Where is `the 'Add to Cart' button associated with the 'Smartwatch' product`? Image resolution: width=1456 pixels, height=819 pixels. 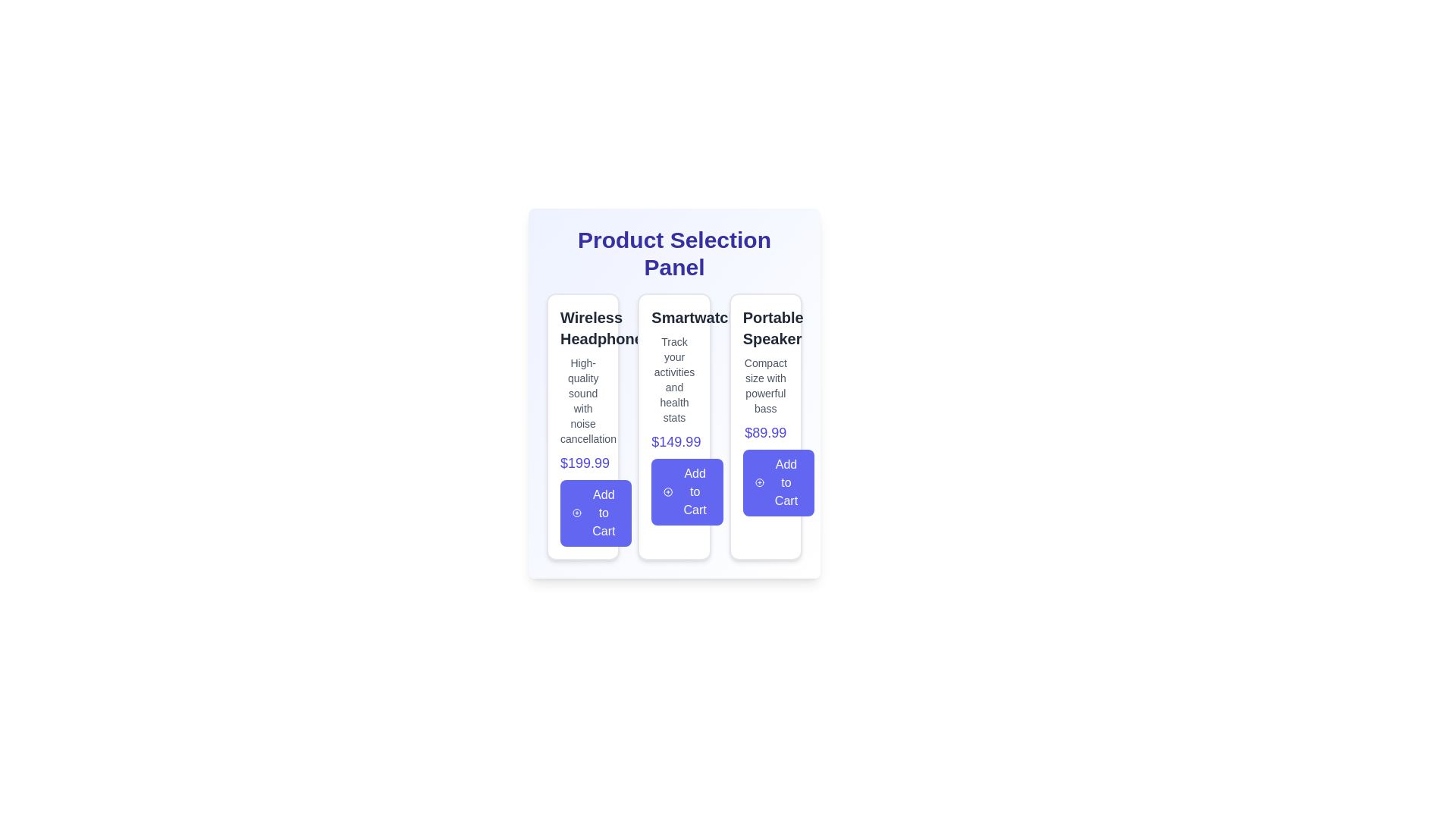 the 'Add to Cart' button associated with the 'Smartwatch' product is located at coordinates (686, 491).